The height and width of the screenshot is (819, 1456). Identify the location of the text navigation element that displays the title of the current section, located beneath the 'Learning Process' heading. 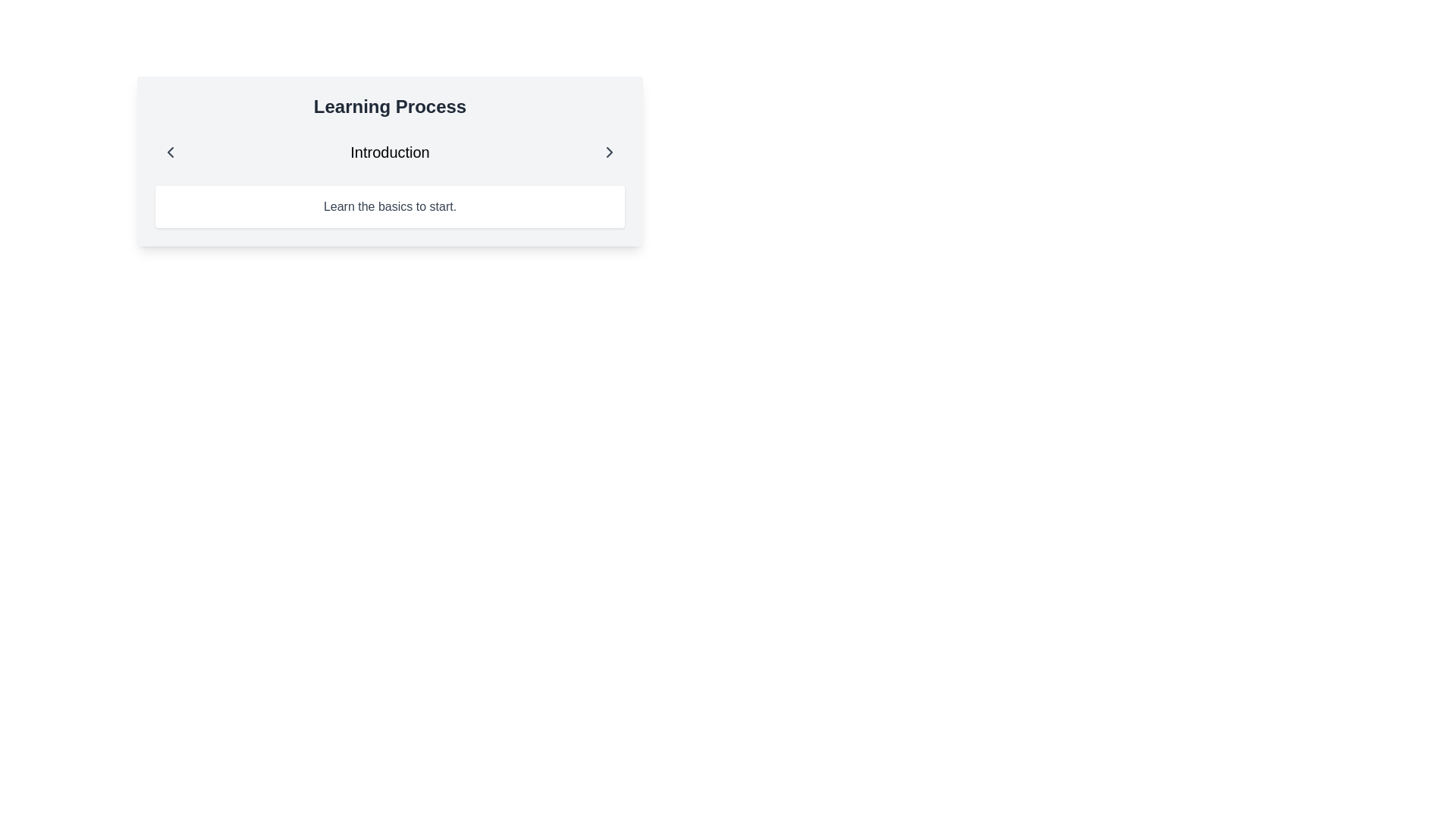
(390, 152).